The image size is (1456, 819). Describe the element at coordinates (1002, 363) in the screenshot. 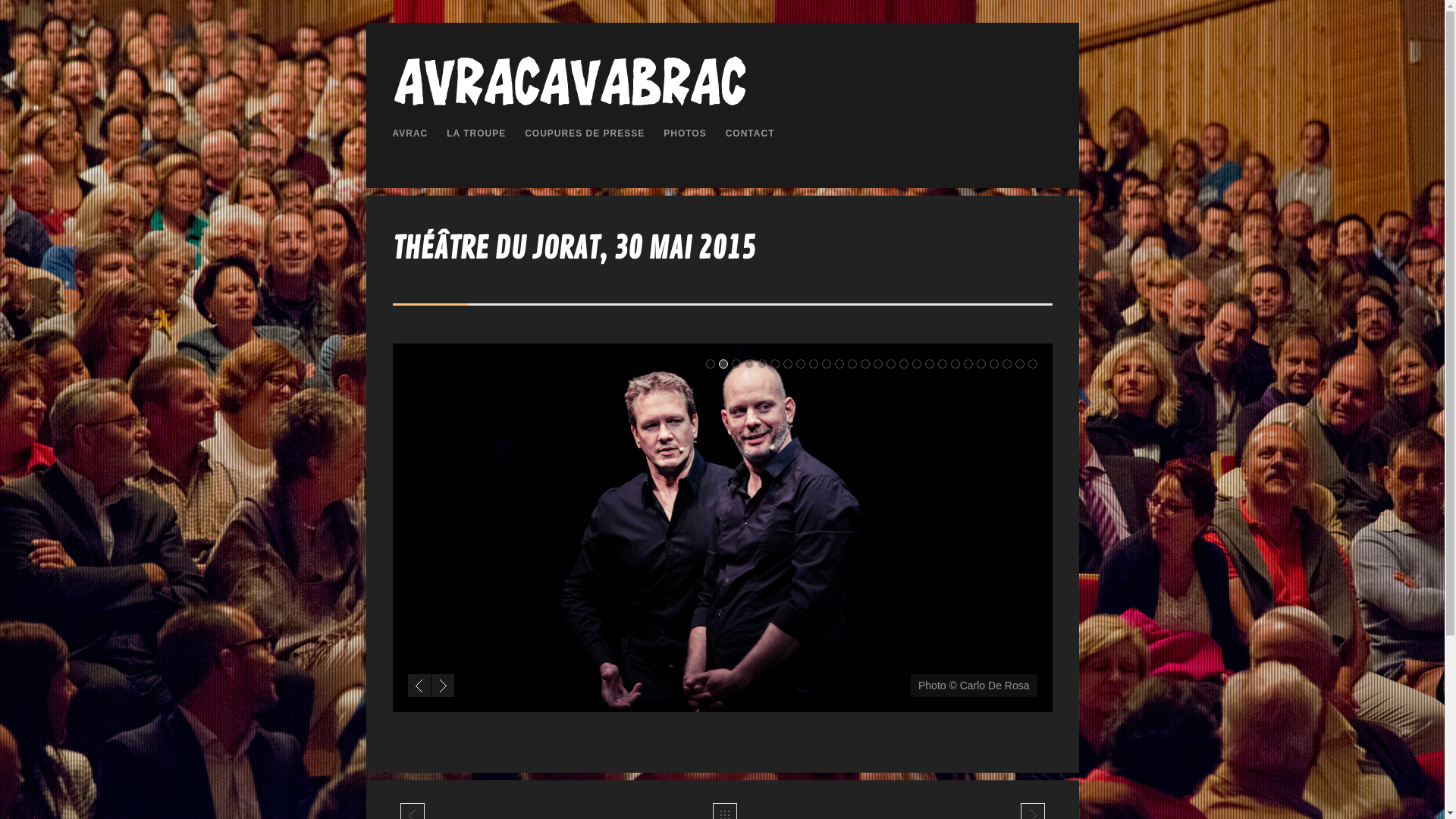

I see `'24'` at that location.